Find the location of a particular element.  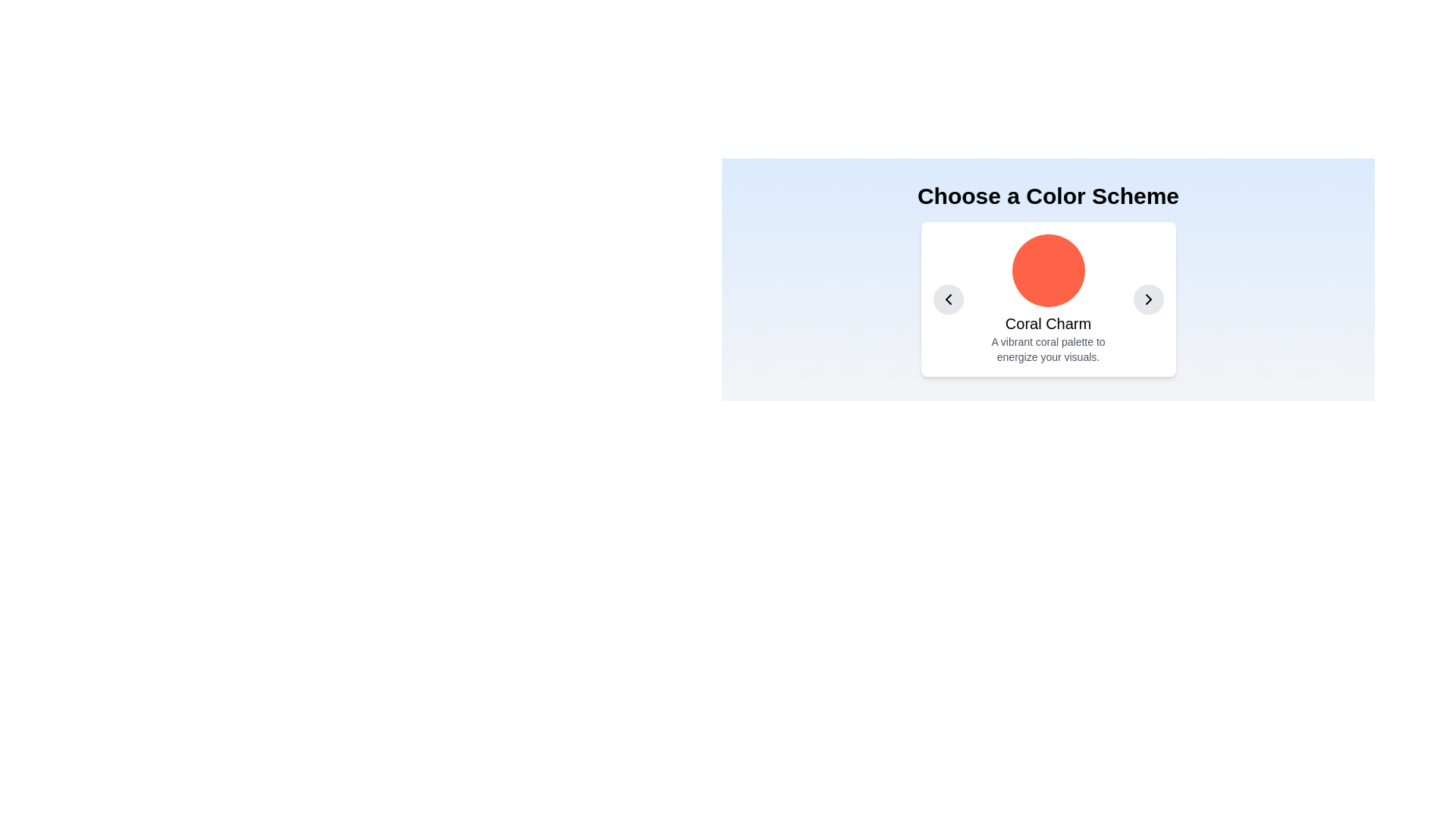

the right-facing chevron arrow icon within the circular button located on the right side of the card below the 'Choose a Color Scheme' heading is located at coordinates (1148, 299).